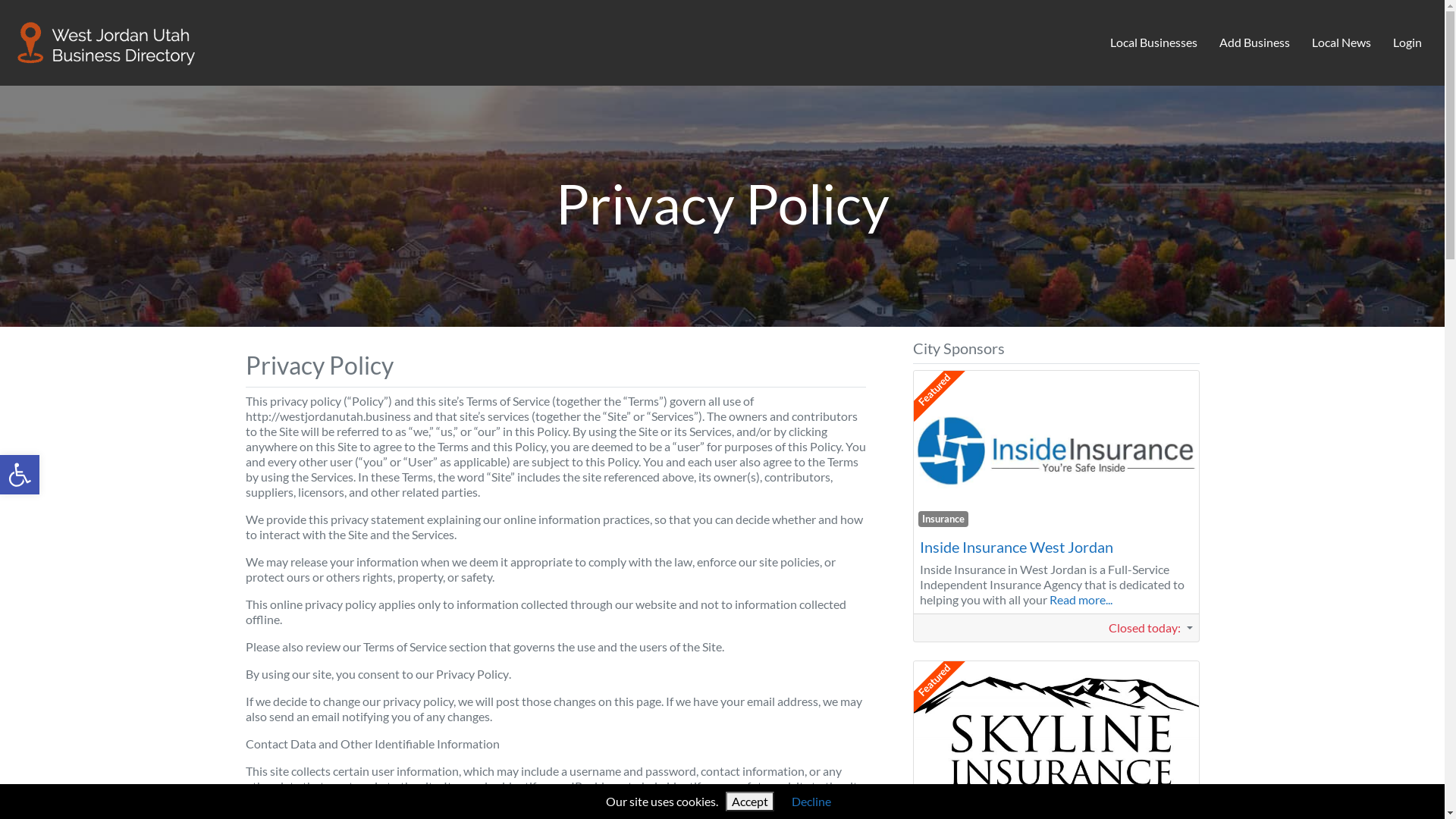  Describe the element at coordinates (105, 39) in the screenshot. I see `'West Jordan Business Directory'` at that location.